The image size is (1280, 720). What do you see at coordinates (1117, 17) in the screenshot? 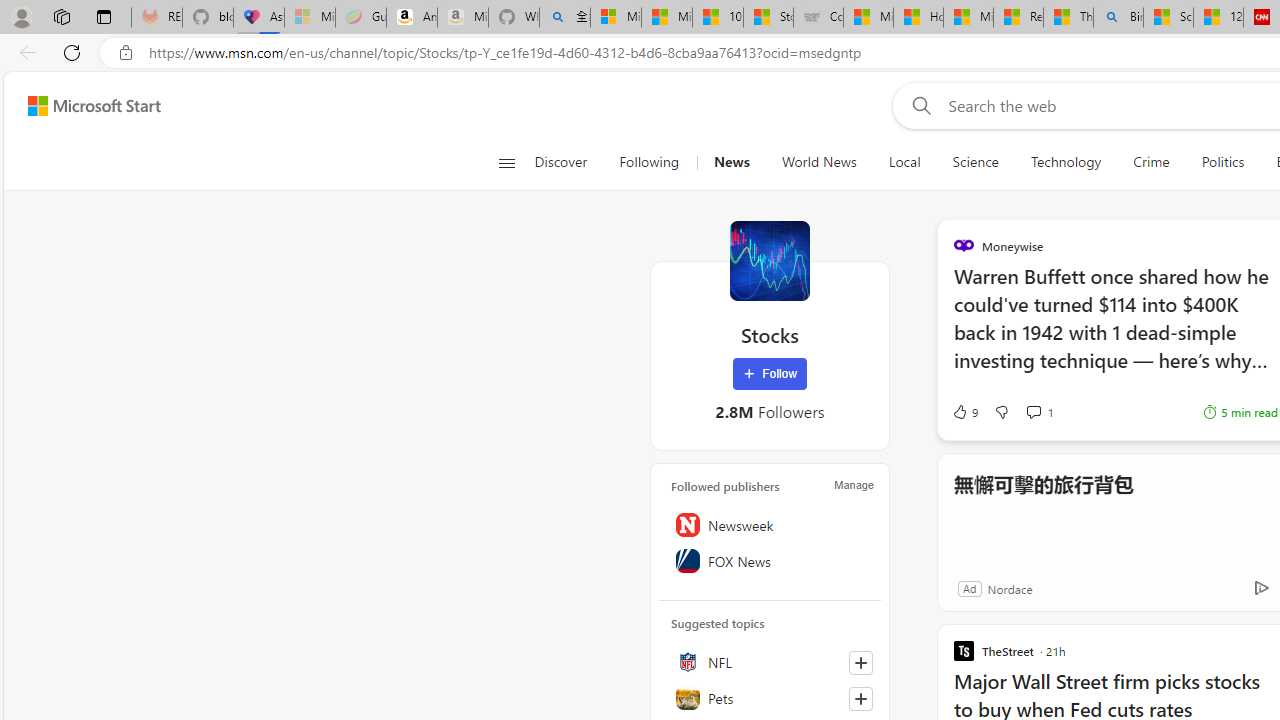
I see `'Bing'` at bounding box center [1117, 17].